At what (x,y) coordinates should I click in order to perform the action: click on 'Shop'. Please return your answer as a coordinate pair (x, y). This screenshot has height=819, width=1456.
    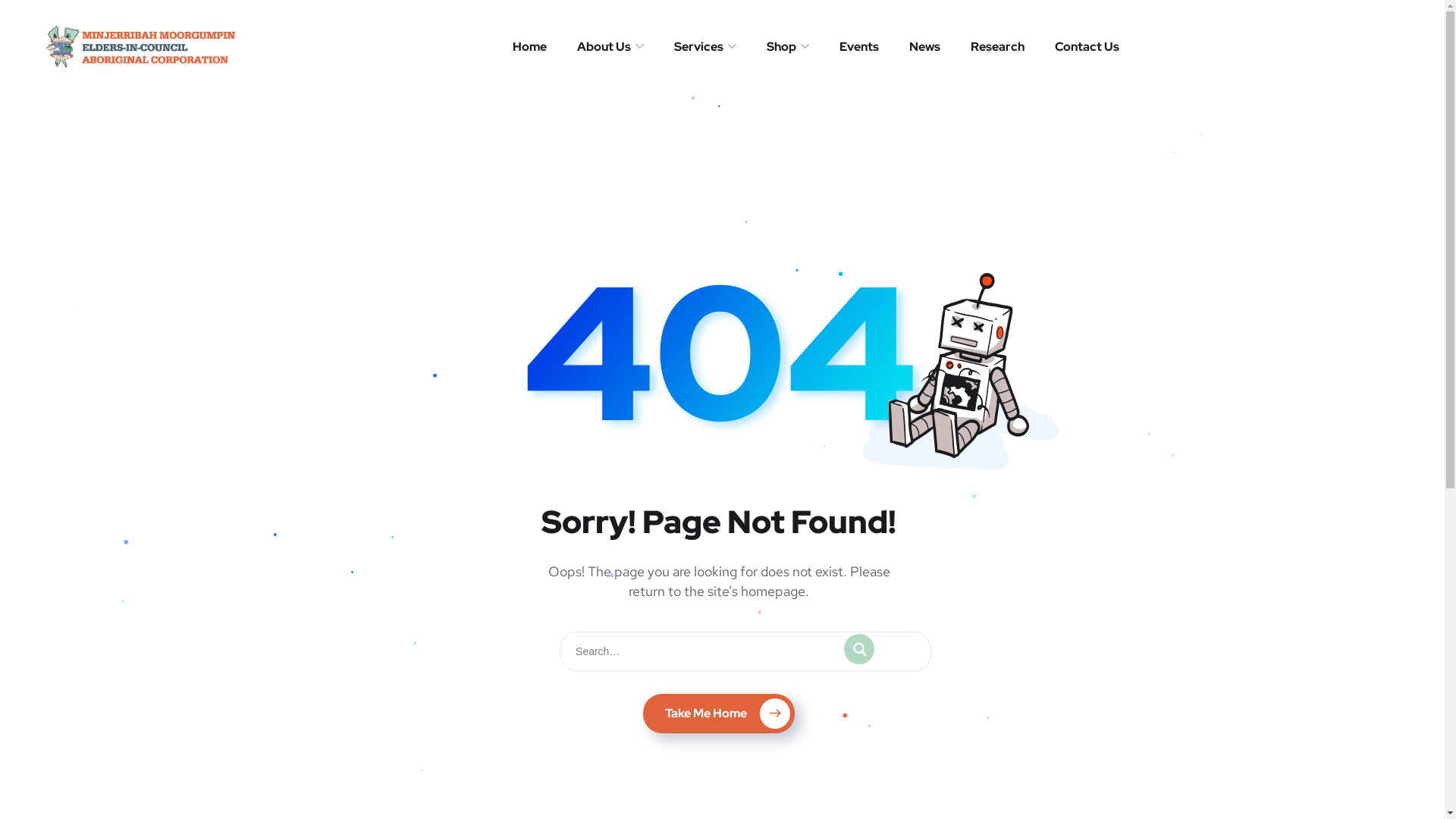
    Looking at the image, I should click on (787, 45).